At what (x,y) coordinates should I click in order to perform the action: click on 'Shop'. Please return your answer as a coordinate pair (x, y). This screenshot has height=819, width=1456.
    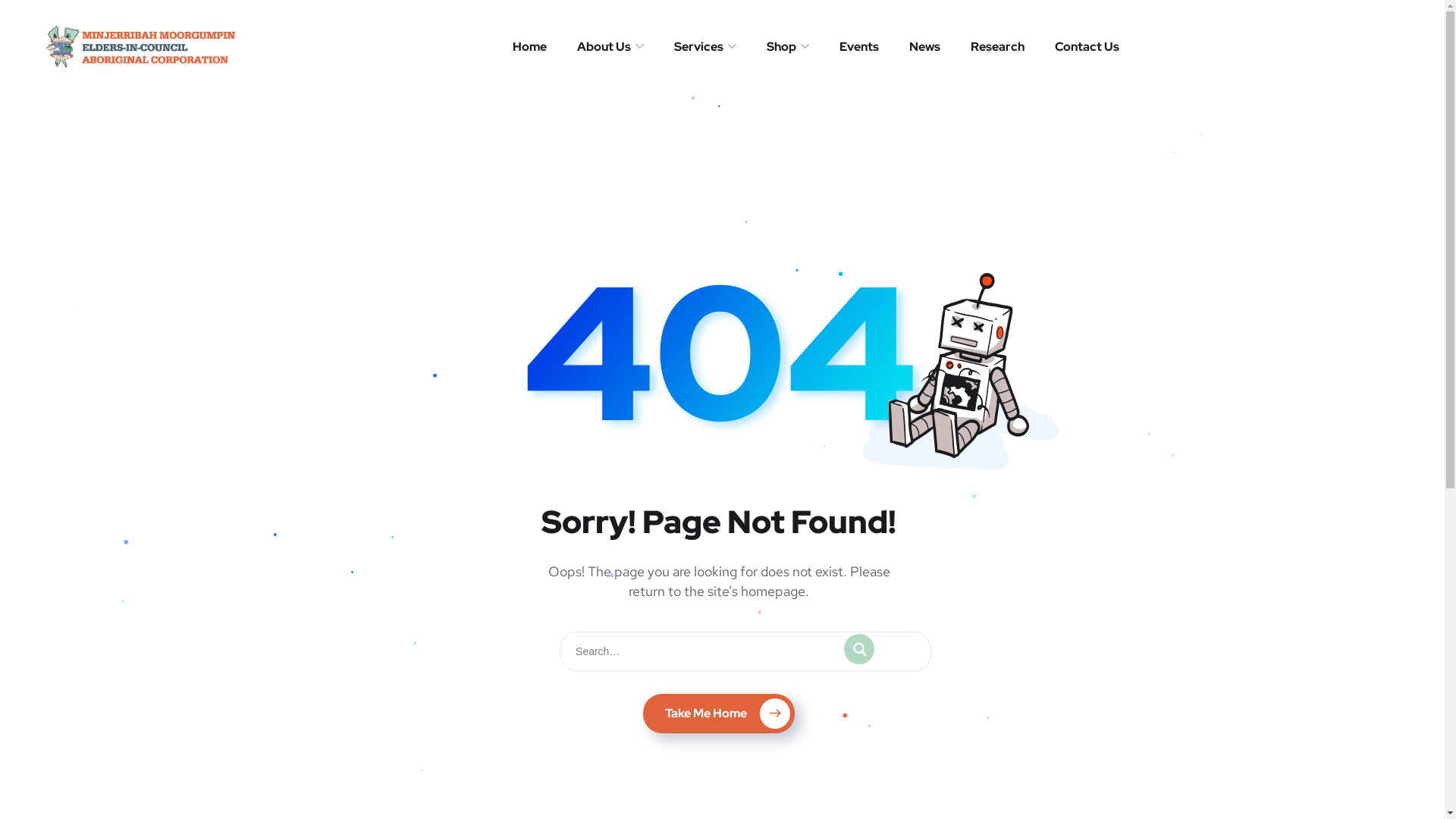
    Looking at the image, I should click on (787, 45).